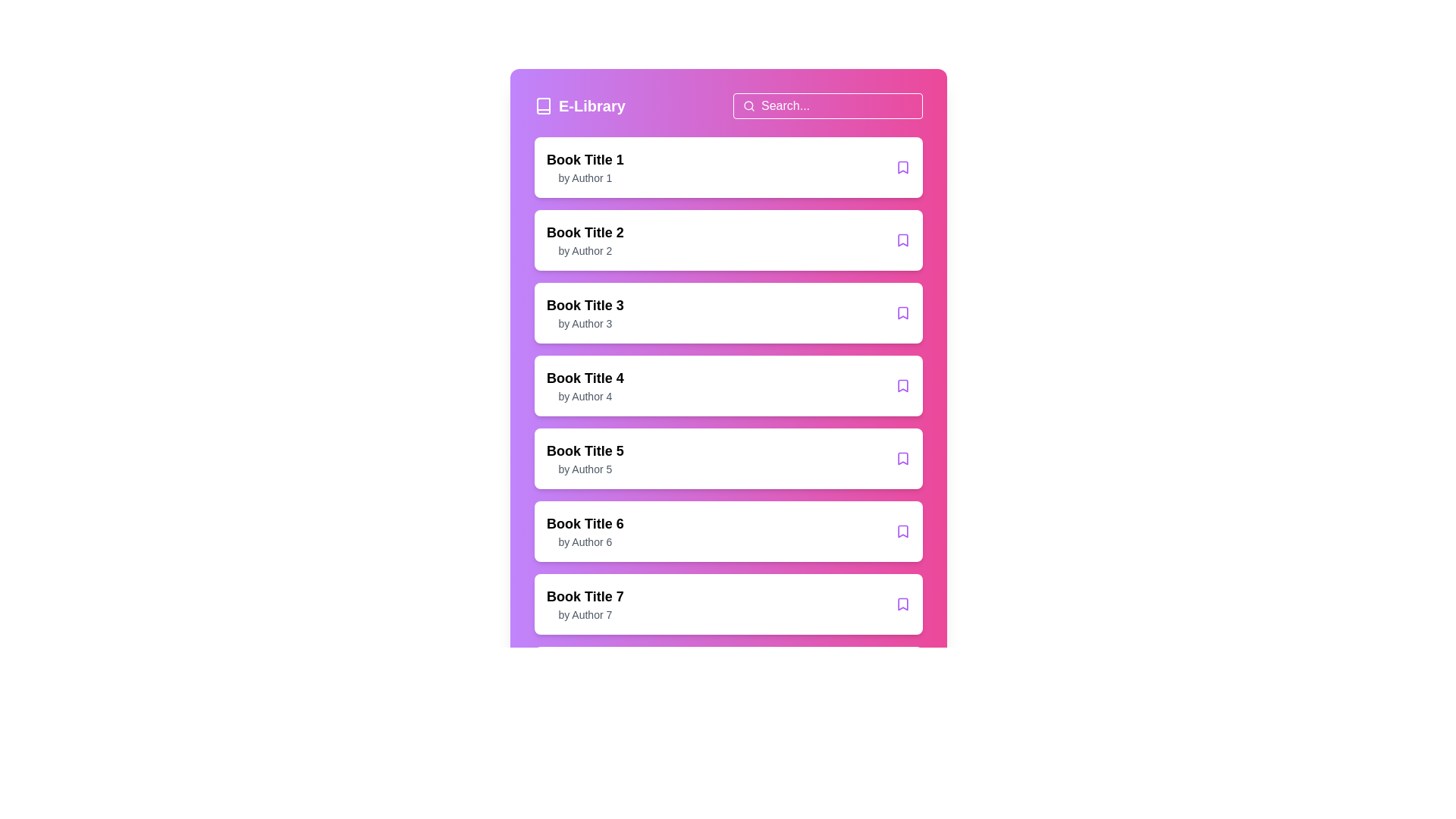 This screenshot has width=1456, height=819. I want to click on the text label displaying the author's name for 'Book Title 6', which is positioned below the book title in the vertical list layout, so click(584, 541).